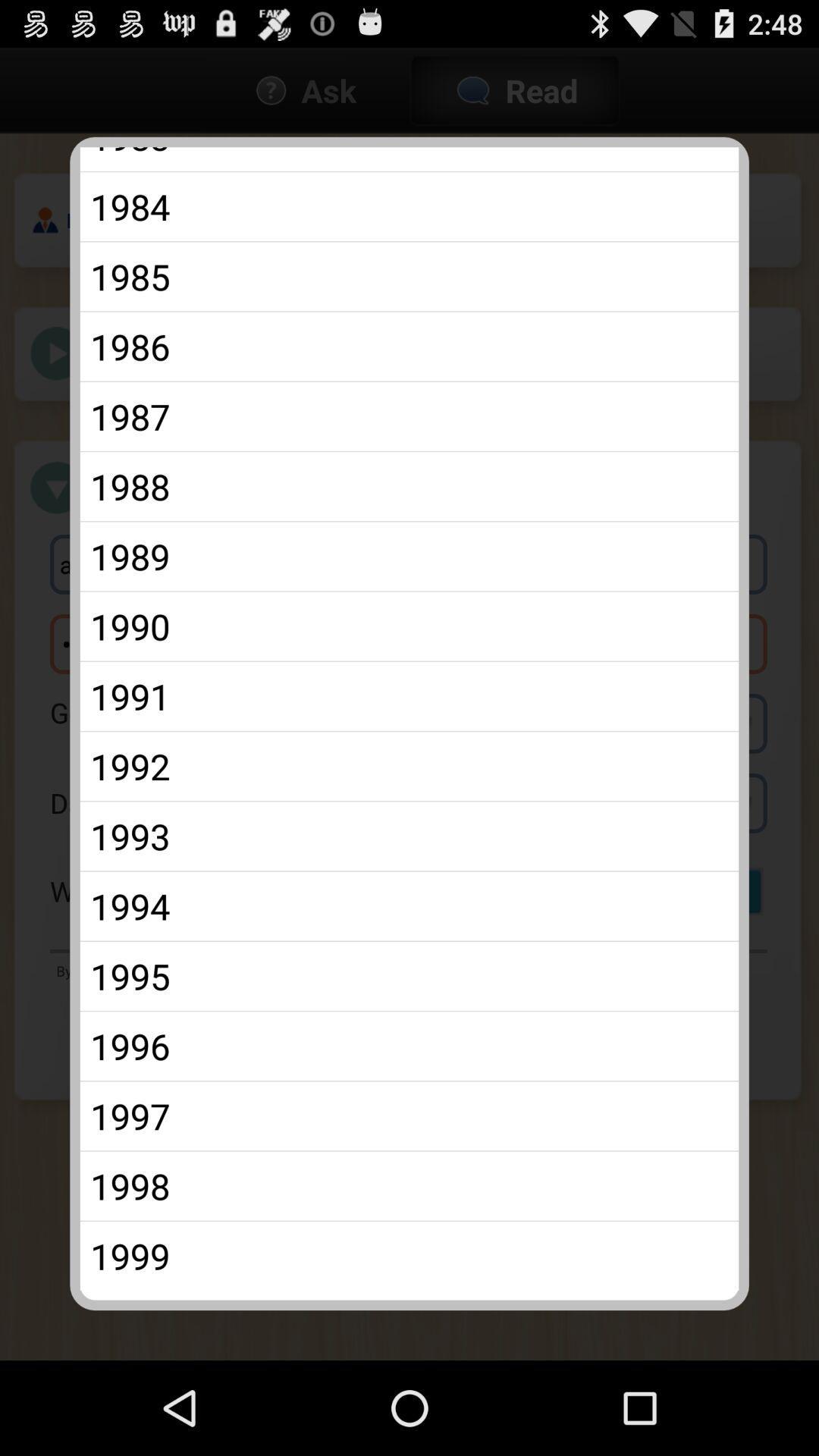  What do you see at coordinates (409, 976) in the screenshot?
I see `the app above 1996 item` at bounding box center [409, 976].